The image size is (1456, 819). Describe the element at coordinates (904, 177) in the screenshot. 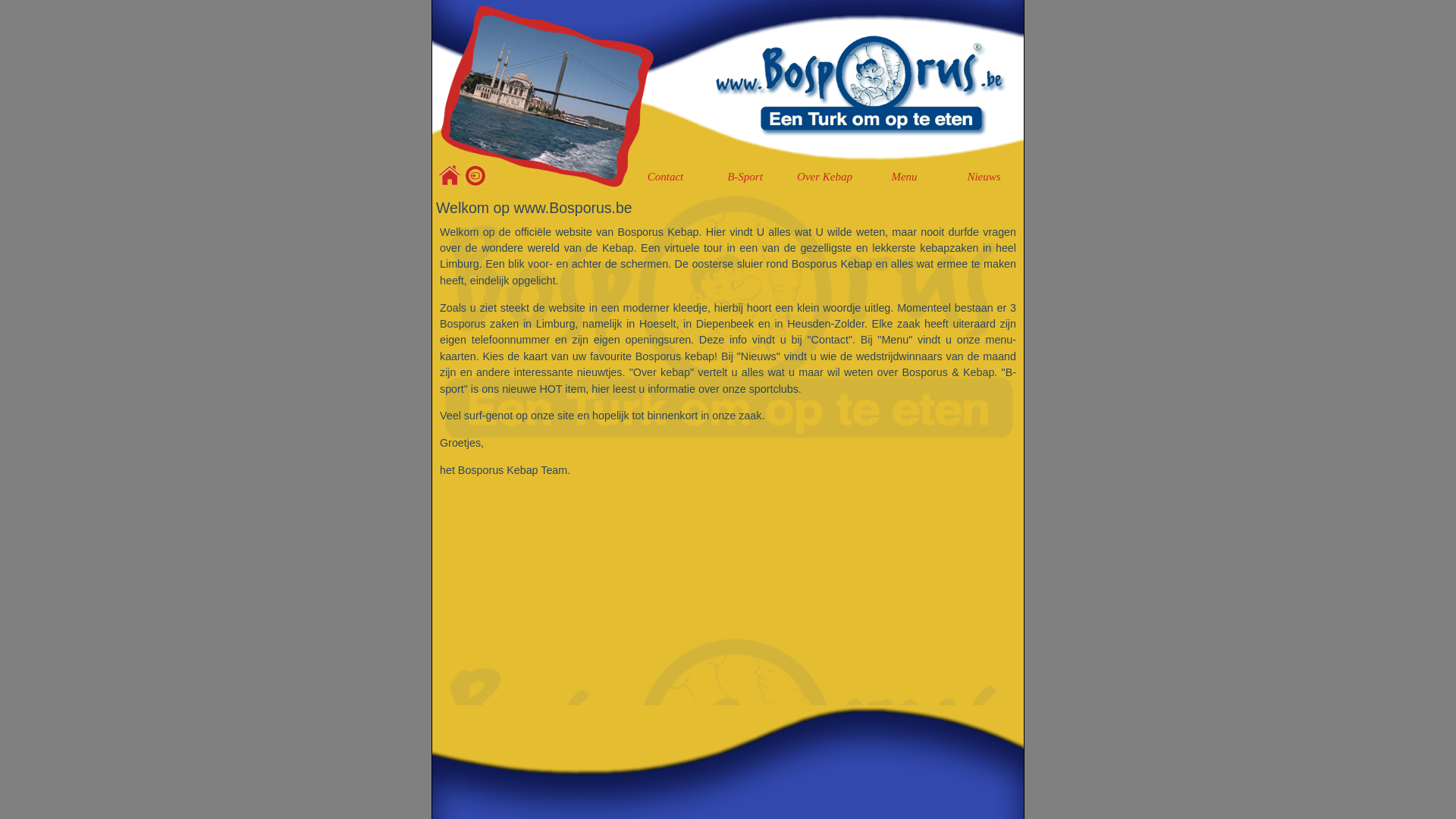

I see `'Menu'` at that location.